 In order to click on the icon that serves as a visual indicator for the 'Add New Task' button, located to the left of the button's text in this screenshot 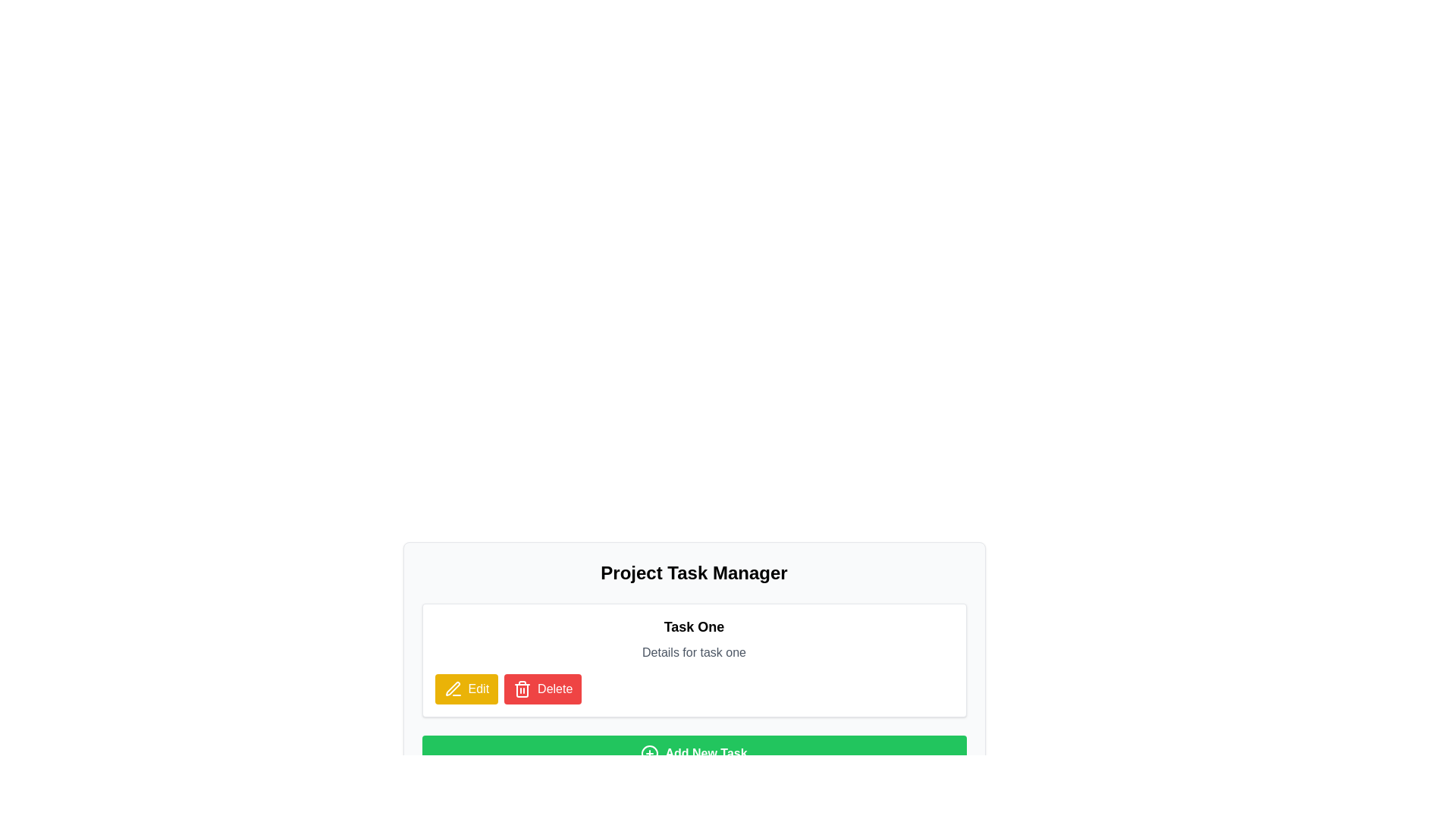, I will do `click(650, 754)`.